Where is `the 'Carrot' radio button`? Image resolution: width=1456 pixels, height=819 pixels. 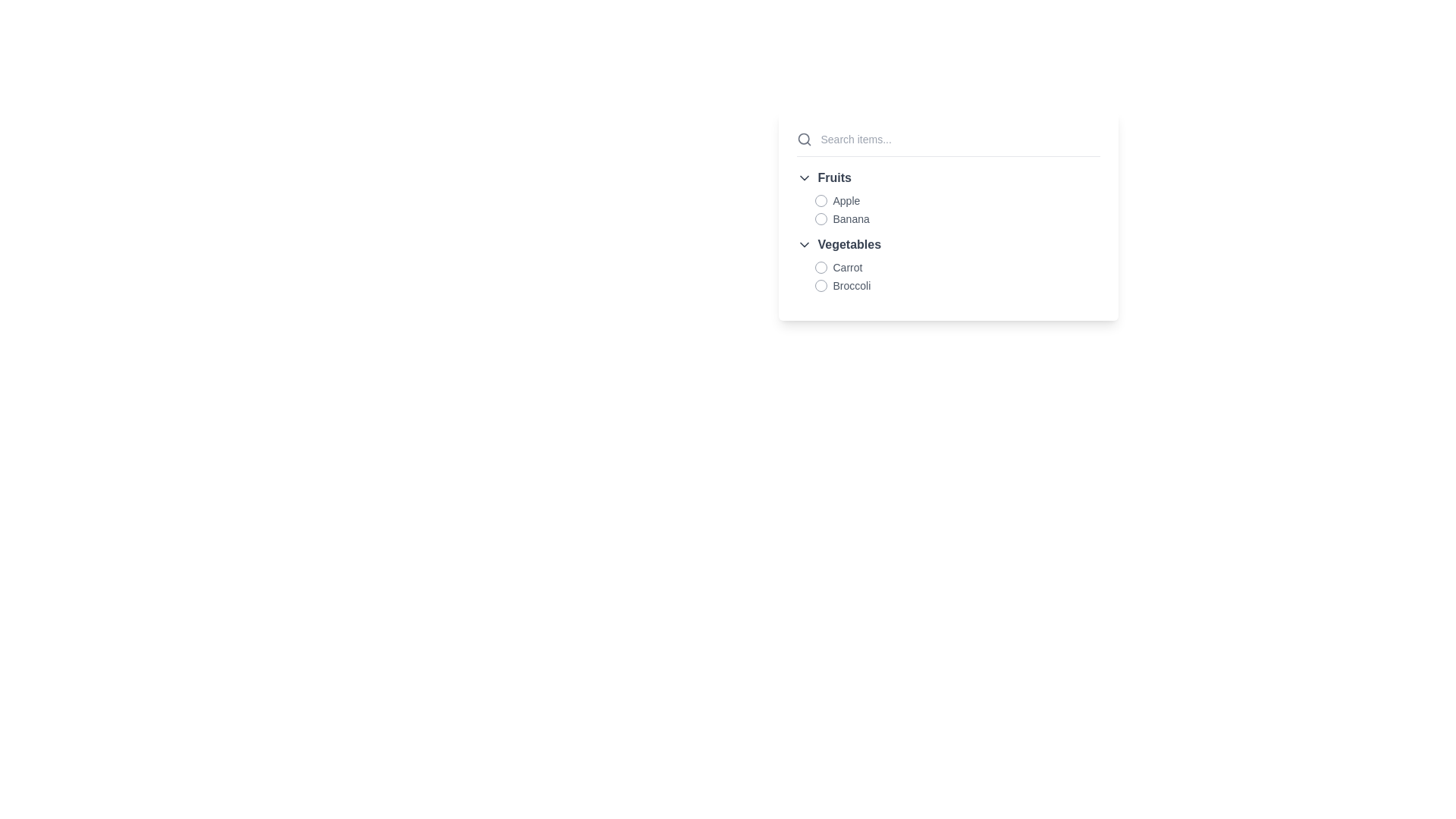 the 'Carrot' radio button is located at coordinates (820, 267).